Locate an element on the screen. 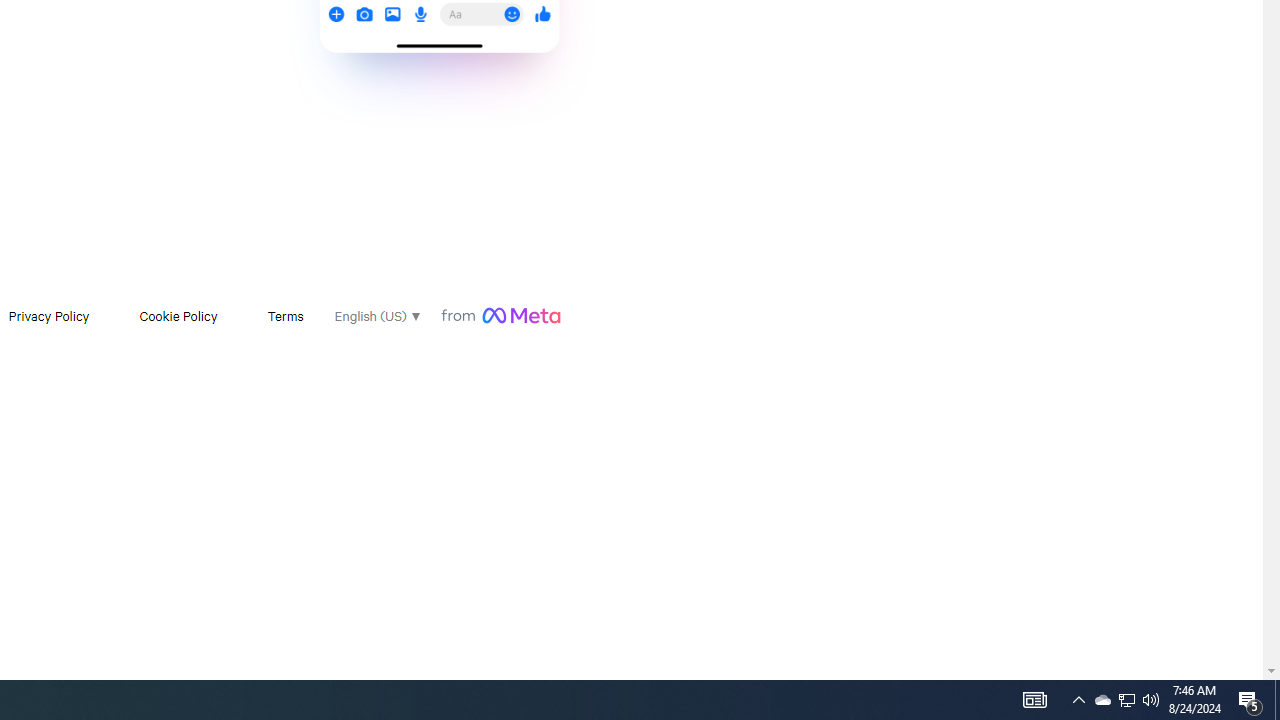 The height and width of the screenshot is (720, 1280). 'From Meta Logo' is located at coordinates (500, 315).